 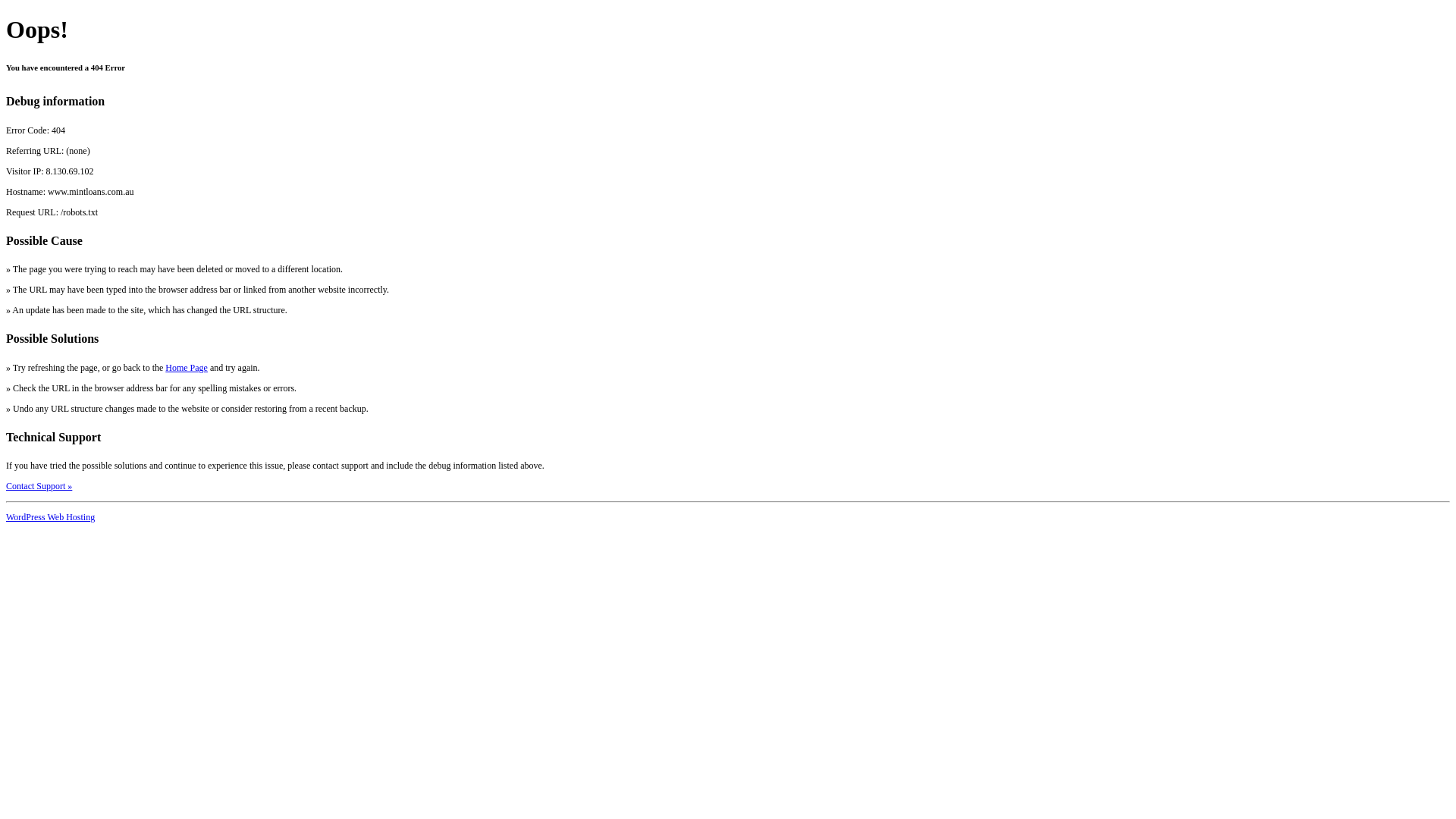 What do you see at coordinates (50, 516) in the screenshot?
I see `'WordPress Web Hosting'` at bounding box center [50, 516].